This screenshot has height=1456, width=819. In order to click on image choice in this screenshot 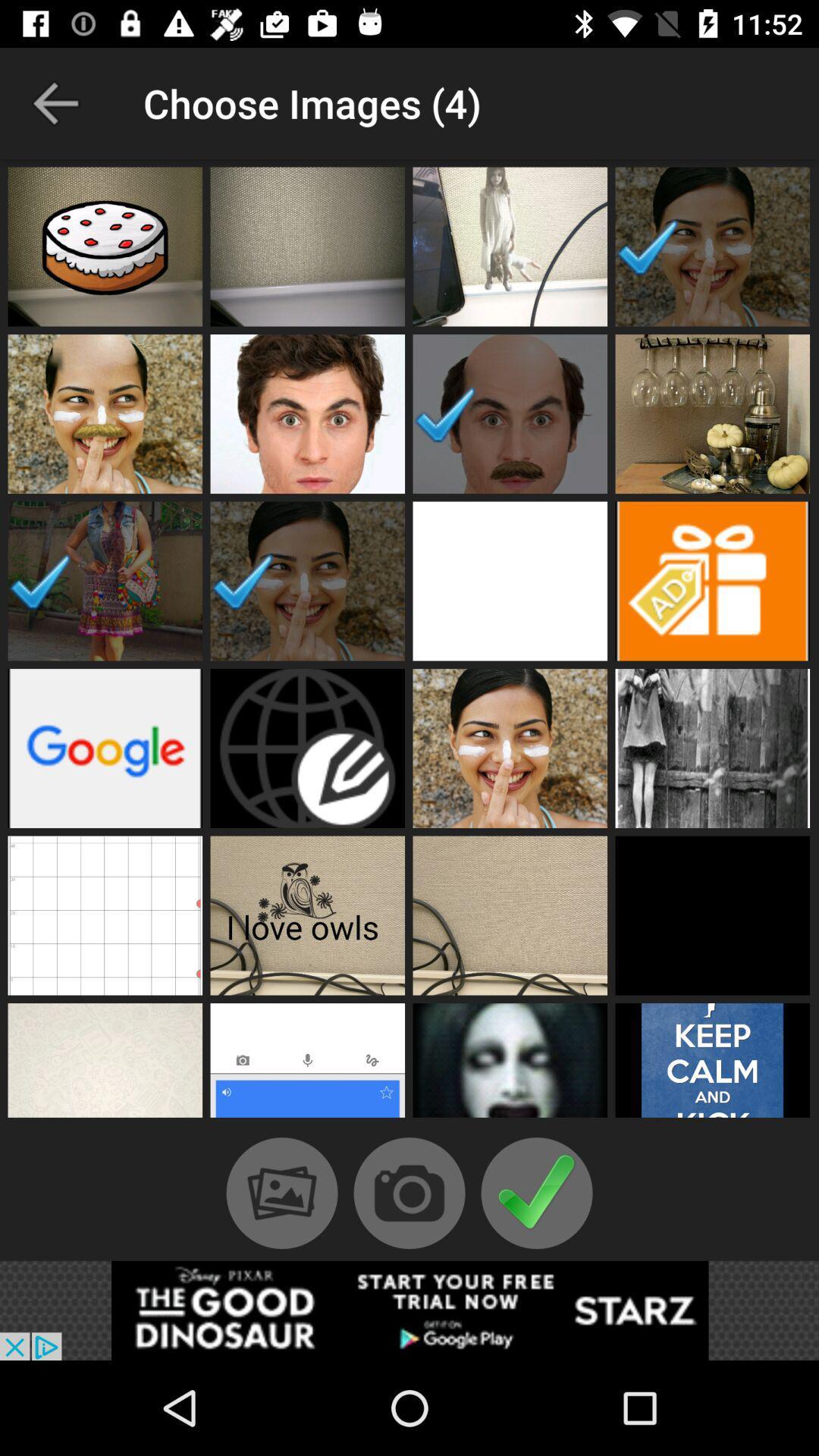, I will do `click(104, 414)`.